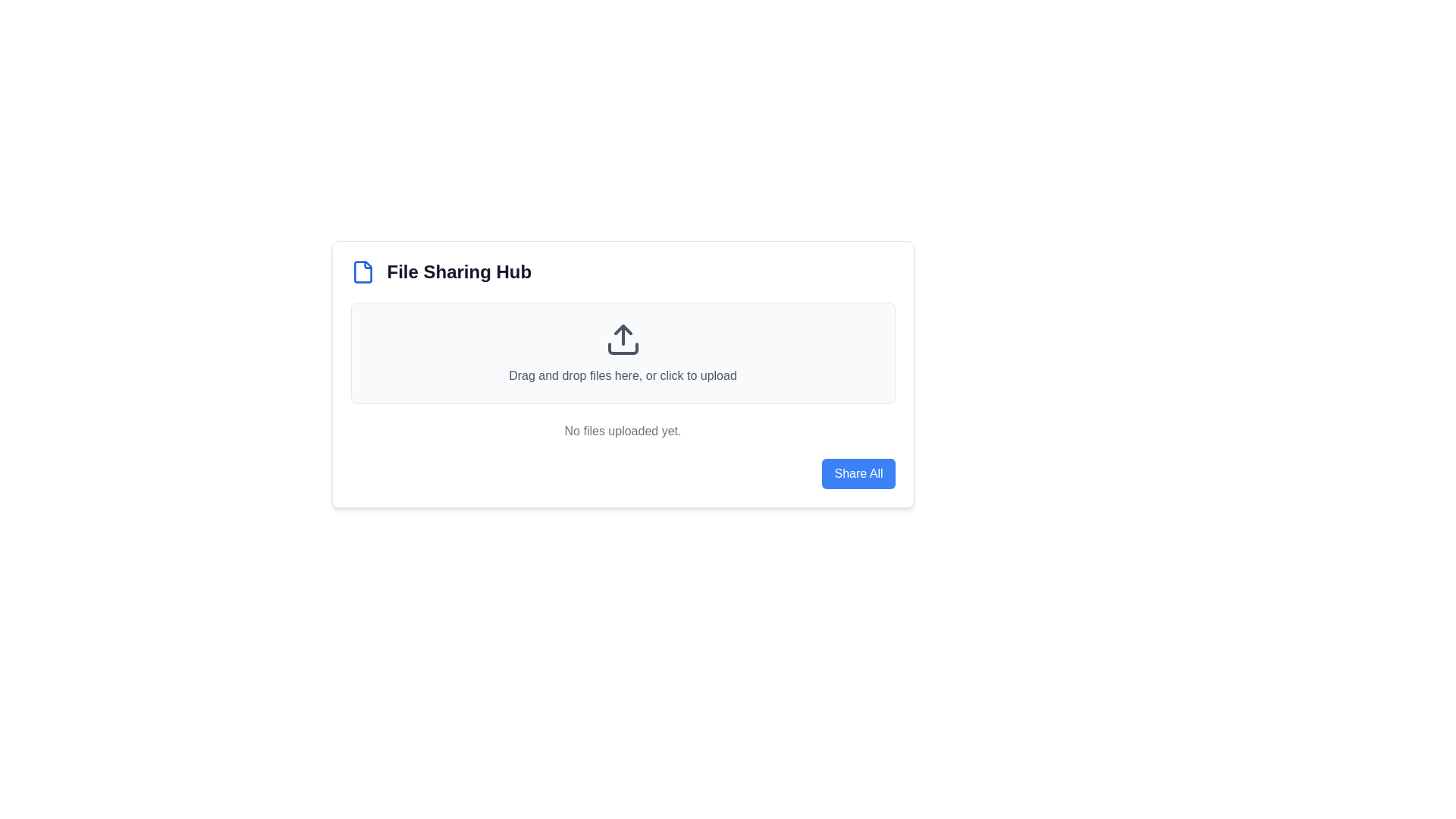 This screenshot has height=819, width=1456. I want to click on text content of the label that says 'Drag and drop files here, or click to upload', which is styled in gray and located in the center of the light gray upload area, so click(623, 375).